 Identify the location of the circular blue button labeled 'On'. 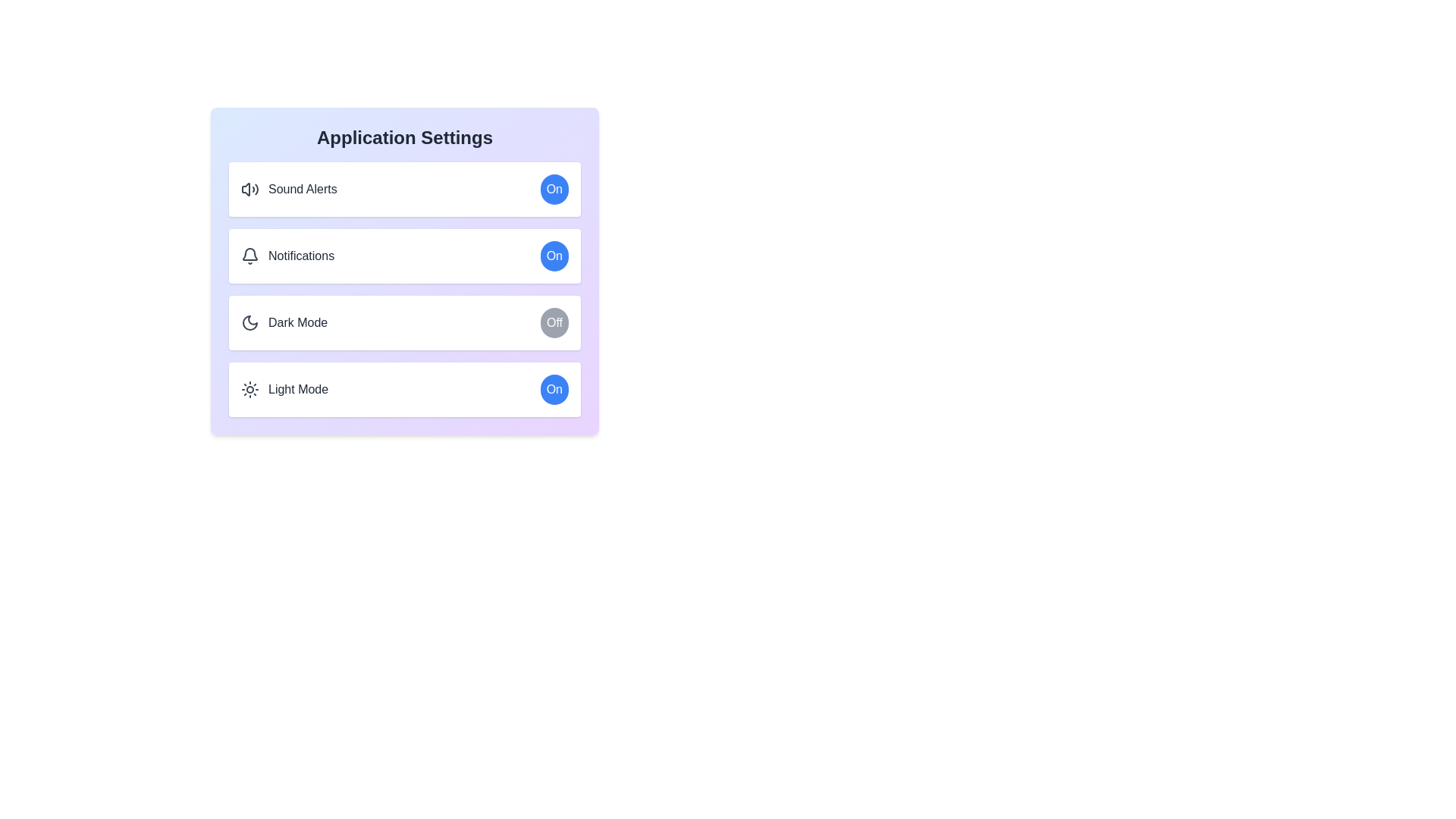
(553, 256).